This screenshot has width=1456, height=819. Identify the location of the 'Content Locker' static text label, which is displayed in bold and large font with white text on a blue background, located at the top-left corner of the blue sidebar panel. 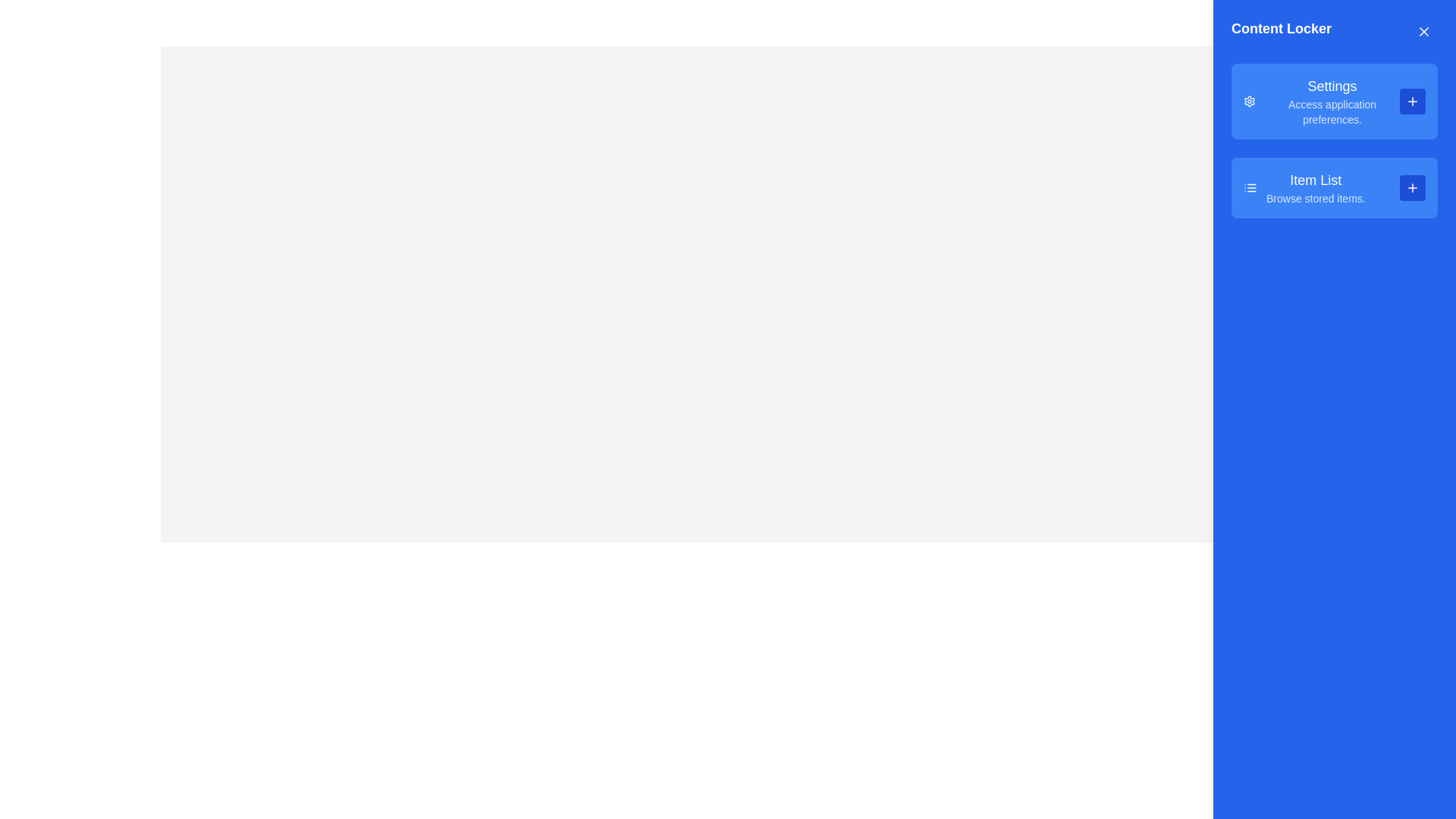
(1280, 32).